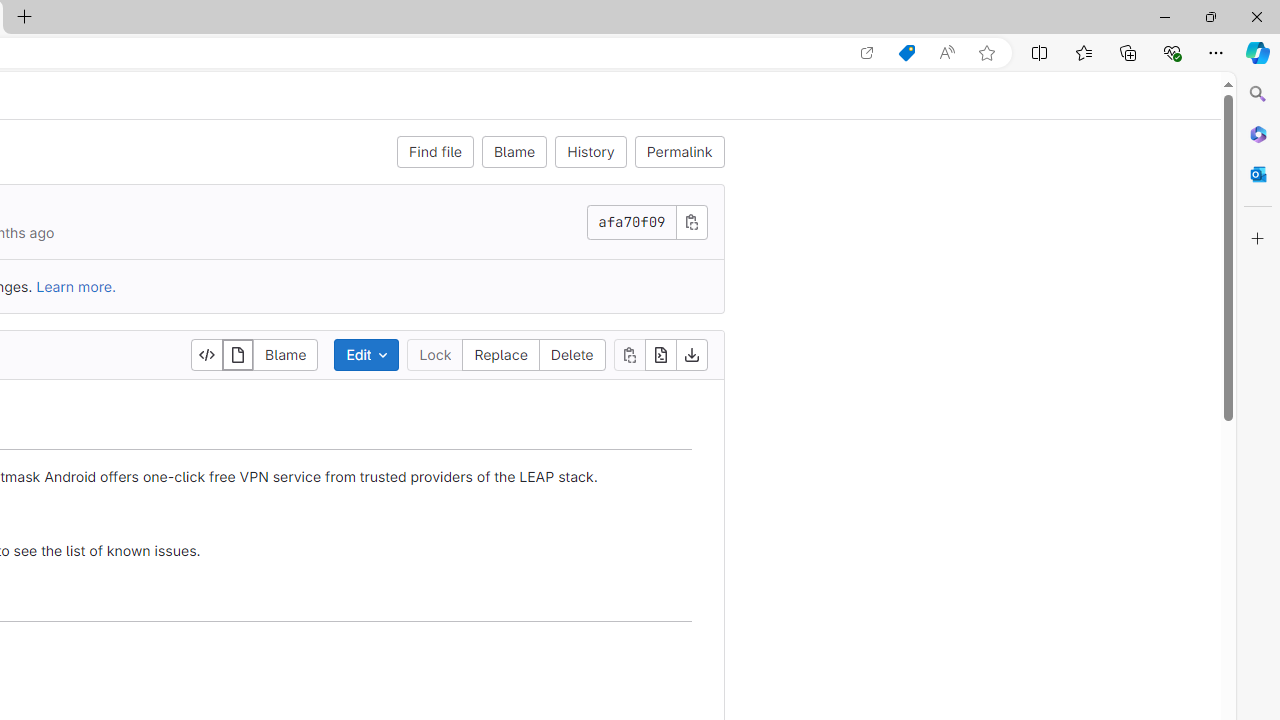 The width and height of the screenshot is (1280, 720). What do you see at coordinates (867, 52) in the screenshot?
I see `'Open in app'` at bounding box center [867, 52].